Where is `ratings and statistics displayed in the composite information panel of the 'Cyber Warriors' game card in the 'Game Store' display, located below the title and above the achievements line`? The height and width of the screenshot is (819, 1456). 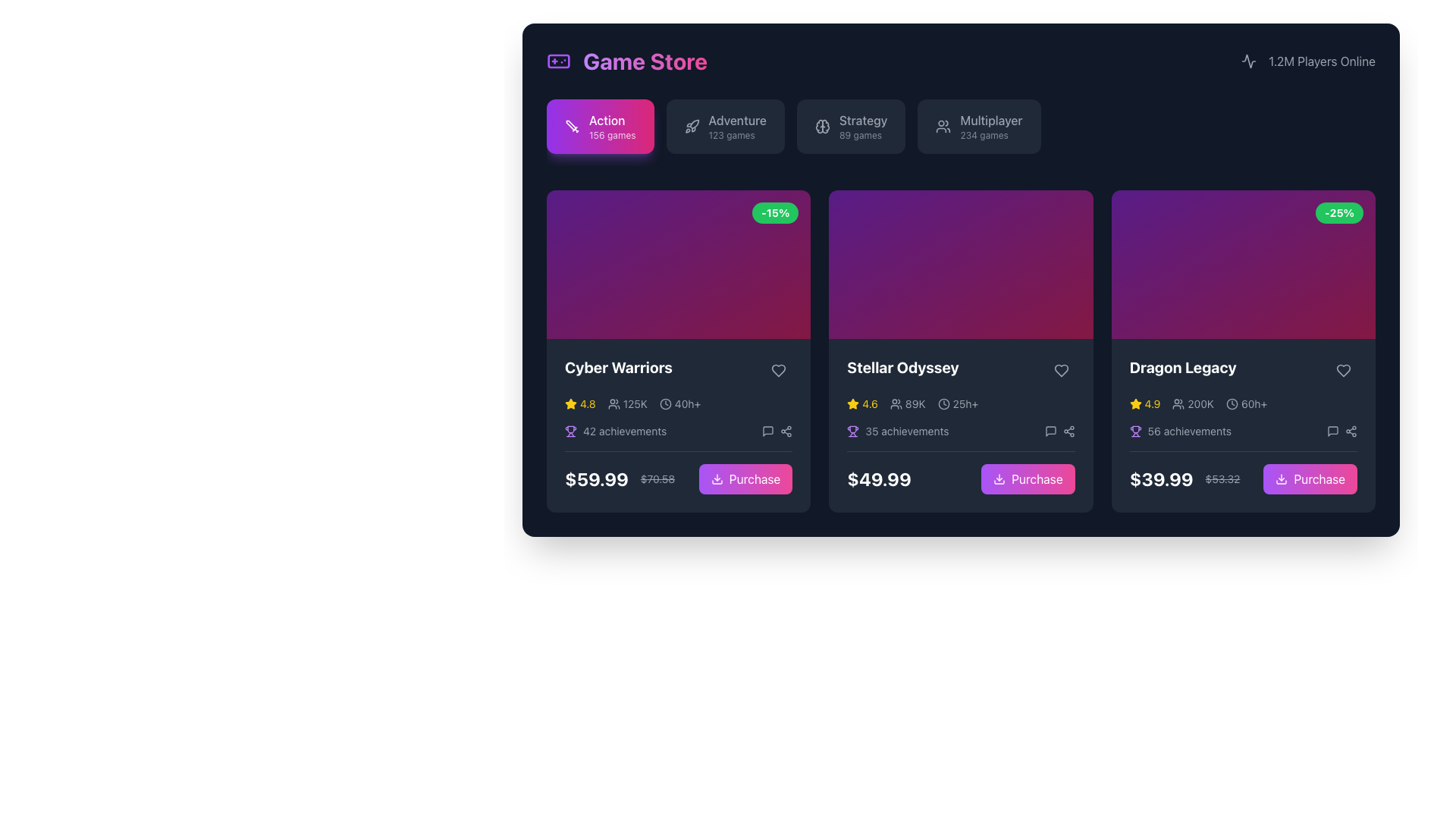
ratings and statistics displayed in the composite information panel of the 'Cyber Warriors' game card in the 'Game Store' display, located below the title and above the achievements line is located at coordinates (678, 403).